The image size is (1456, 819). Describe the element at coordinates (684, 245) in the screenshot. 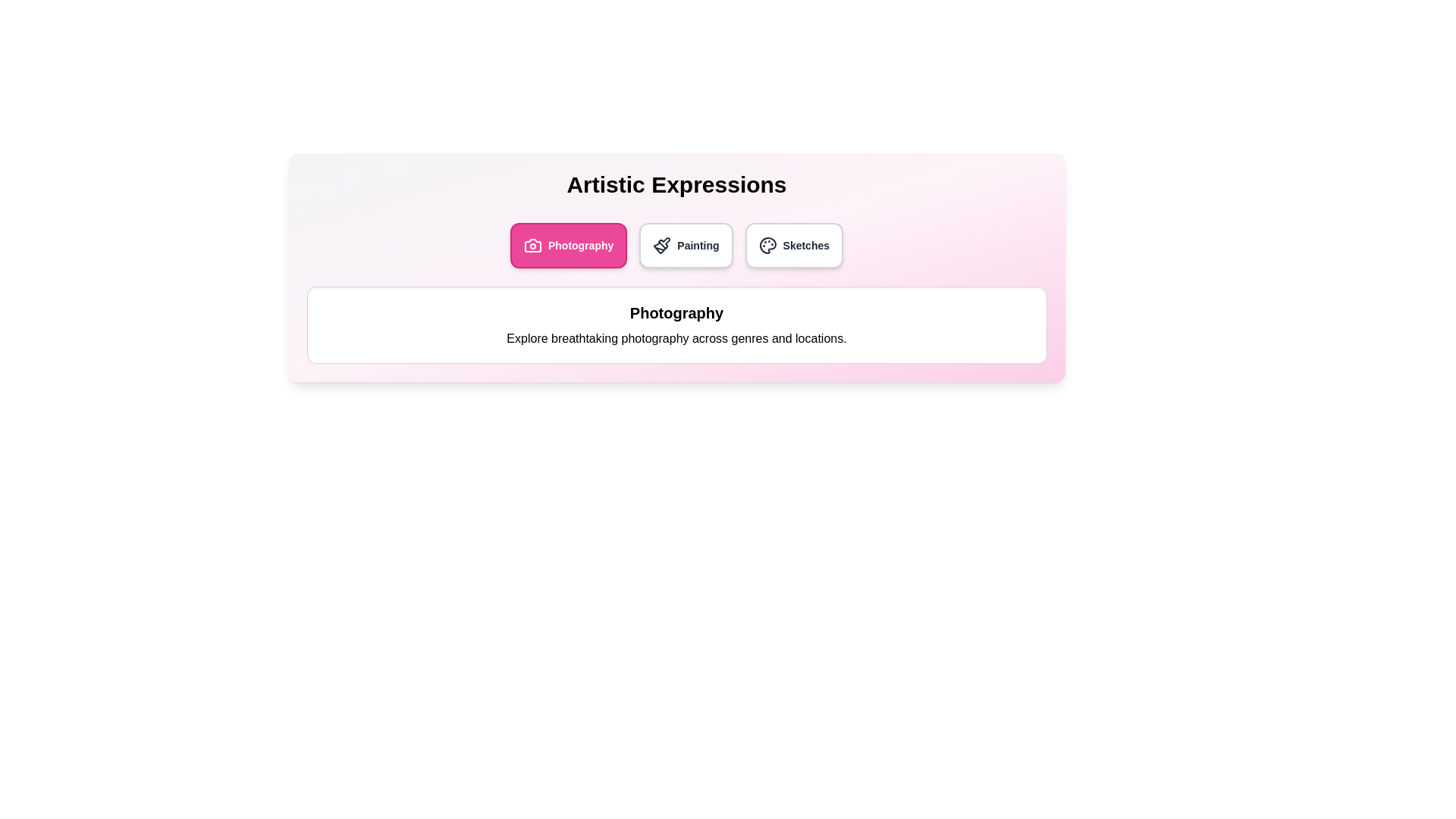

I see `the tab labeled Painting to display its text` at that location.